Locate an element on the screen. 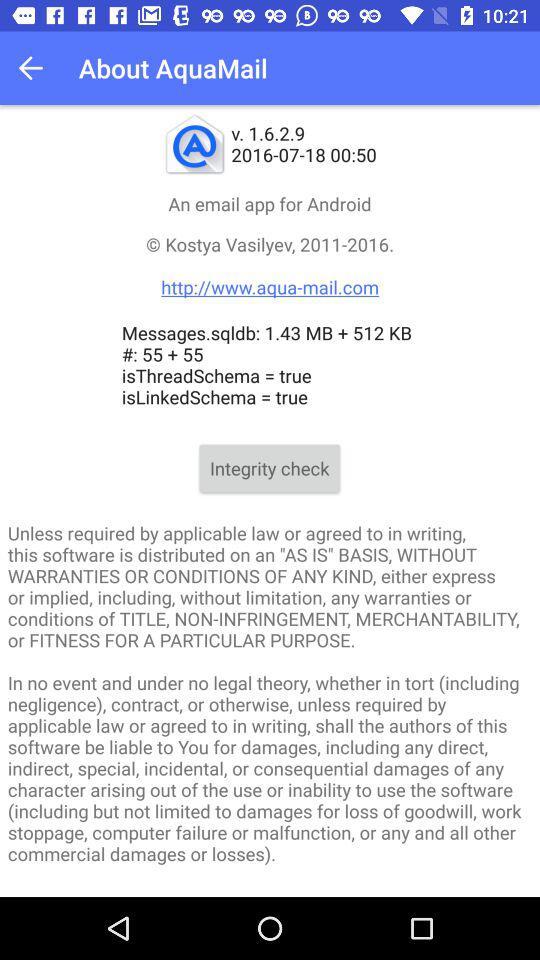 This screenshot has width=540, height=960. kostya vasilyev 2011 app is located at coordinates (270, 264).